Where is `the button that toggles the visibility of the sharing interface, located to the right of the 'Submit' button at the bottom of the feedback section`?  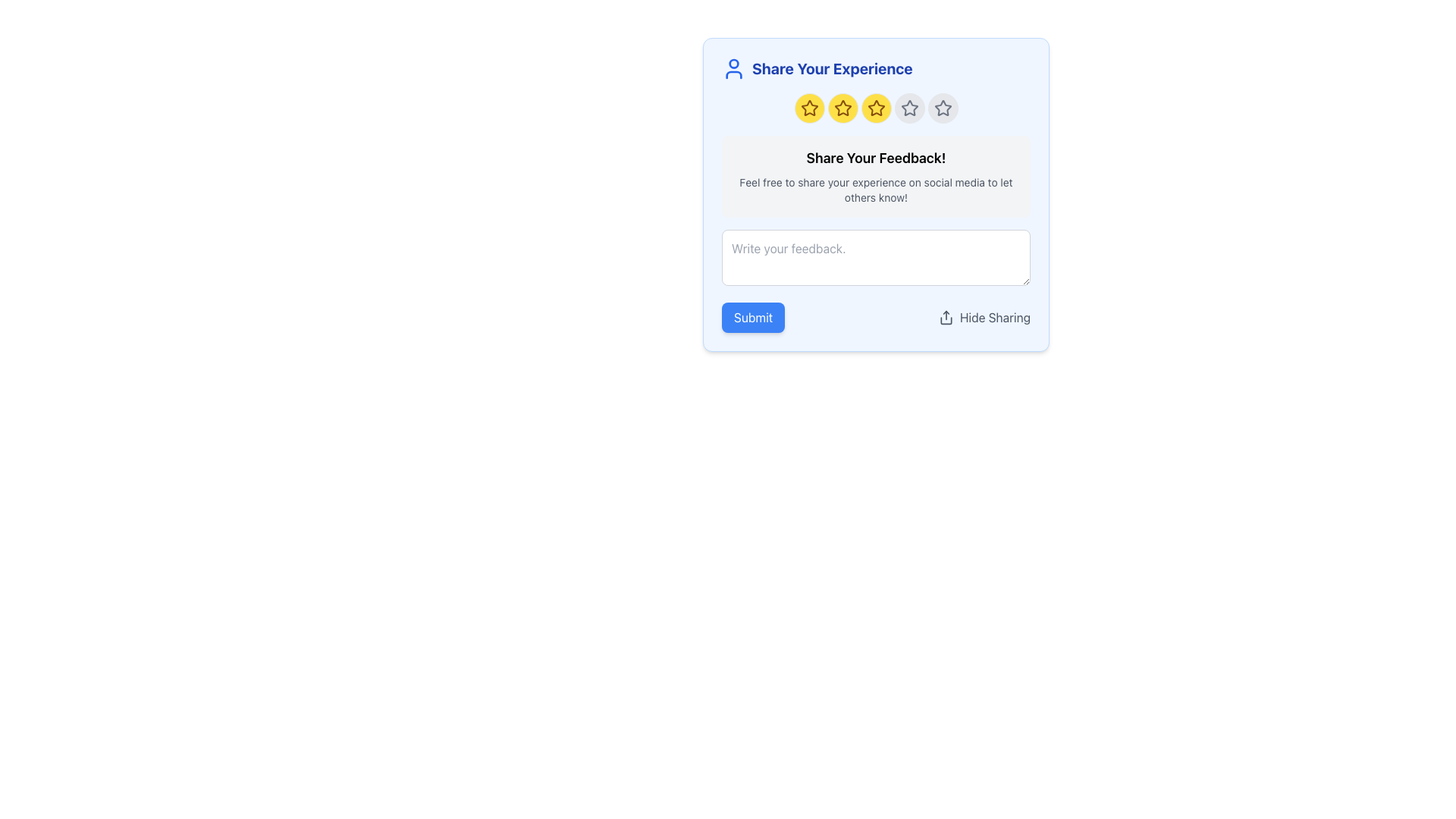
the button that toggles the visibility of the sharing interface, located to the right of the 'Submit' button at the bottom of the feedback section is located at coordinates (984, 317).